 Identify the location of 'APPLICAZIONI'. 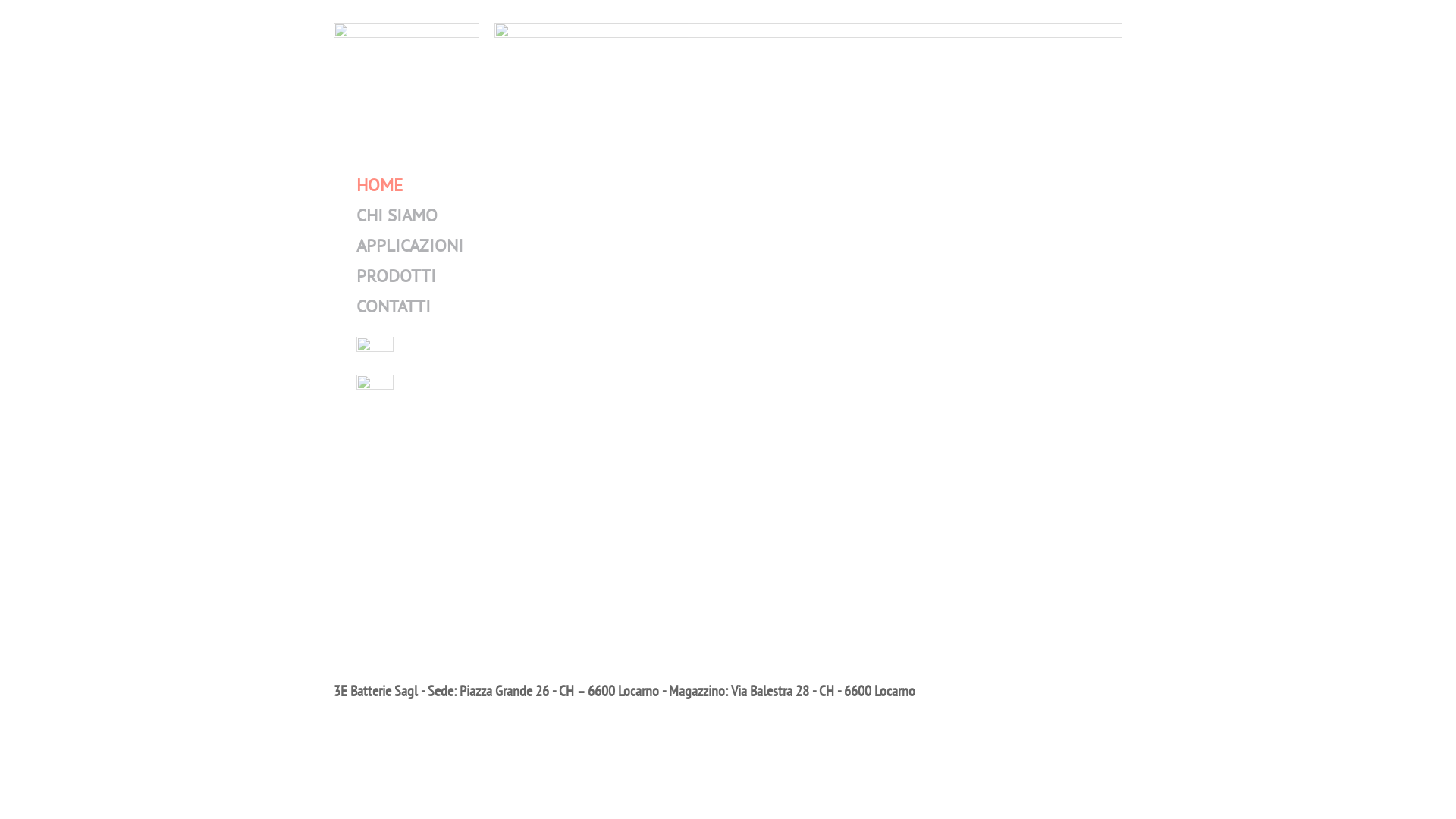
(356, 244).